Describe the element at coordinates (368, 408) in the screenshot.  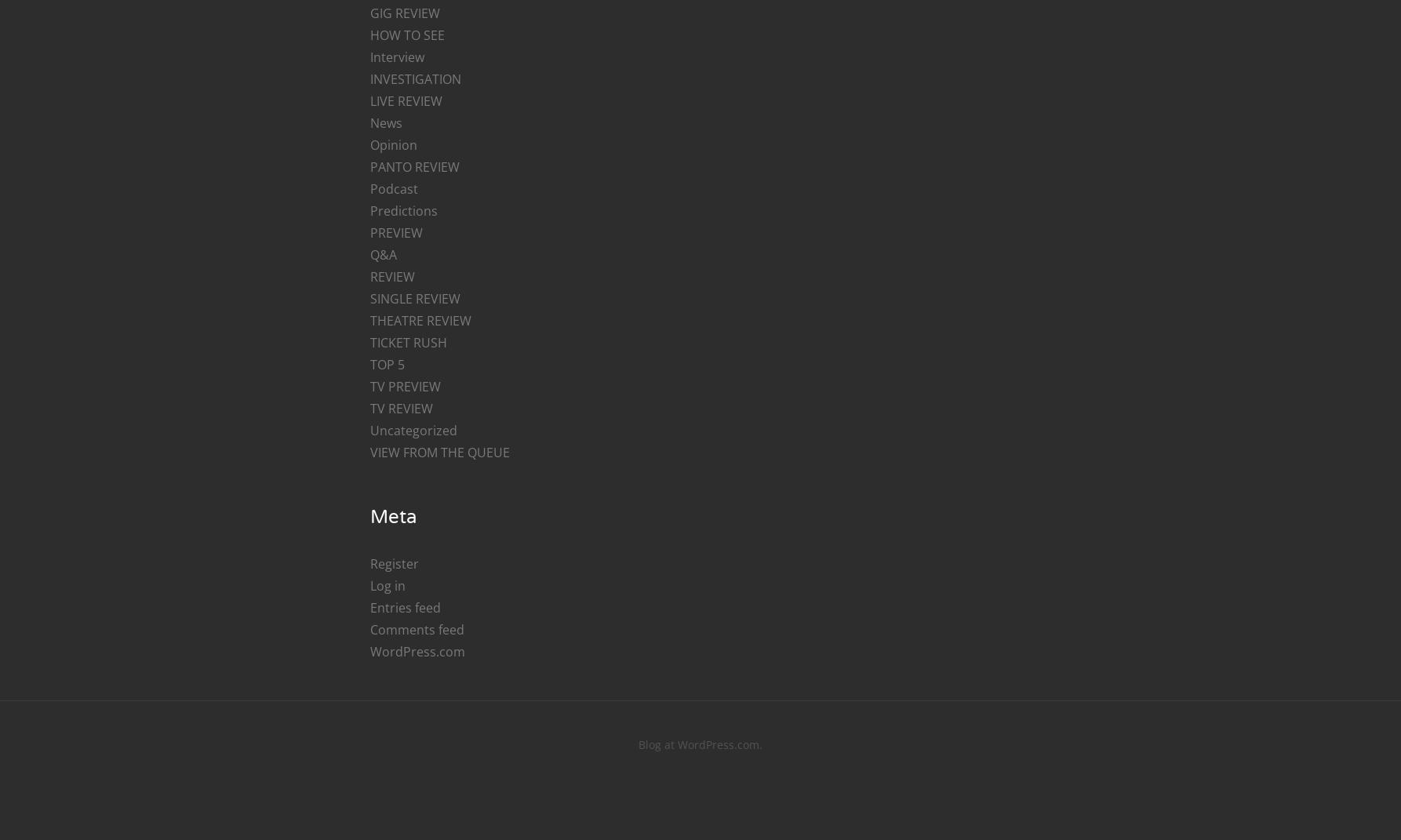
I see `'TV REVIEW'` at that location.